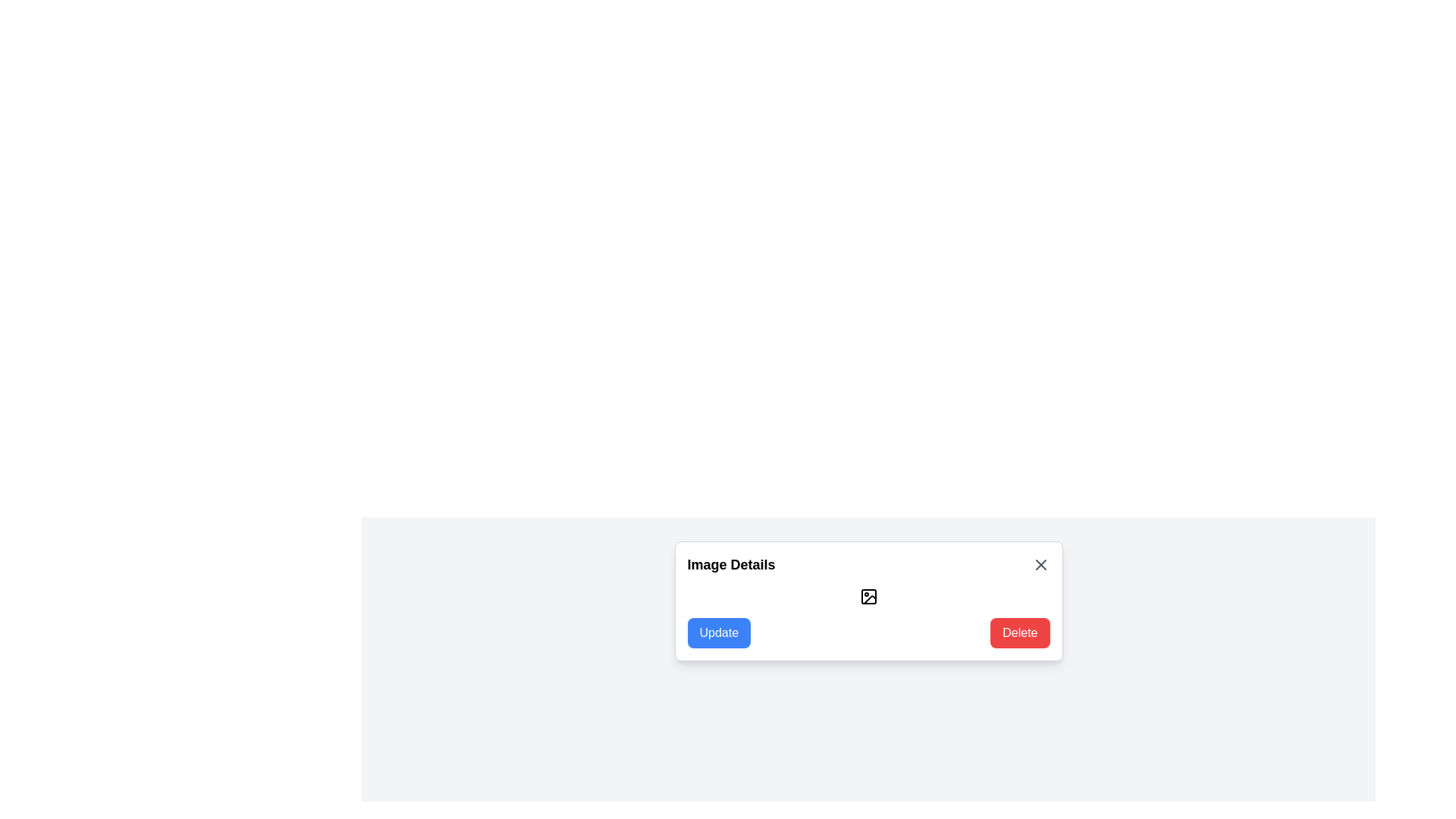  I want to click on the 'X' close icon located at the top-right corner of the dialog box, so click(1040, 564).